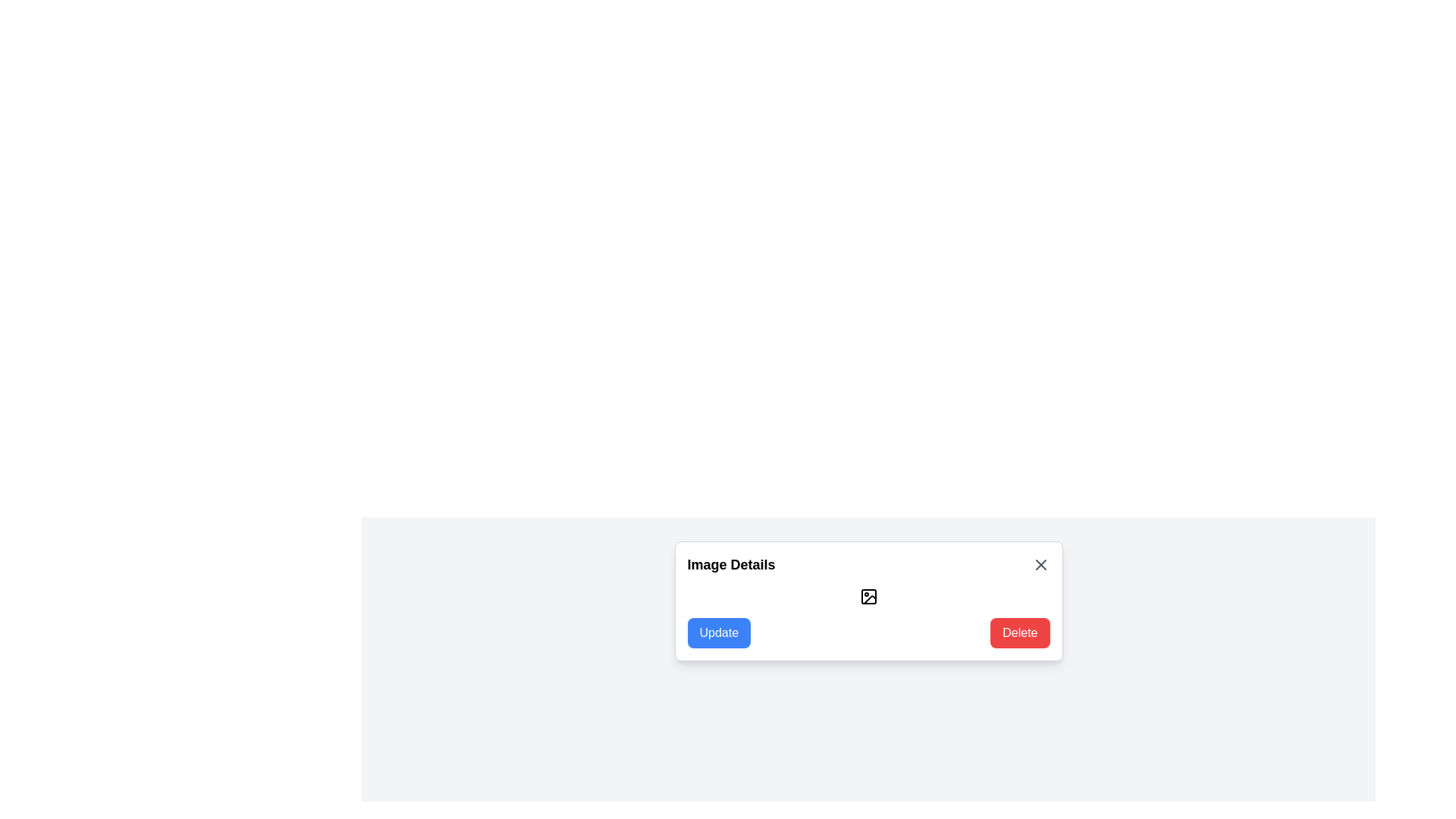  I want to click on the 'X' close icon located at the top-right corner of the dialog box, so click(1040, 564).